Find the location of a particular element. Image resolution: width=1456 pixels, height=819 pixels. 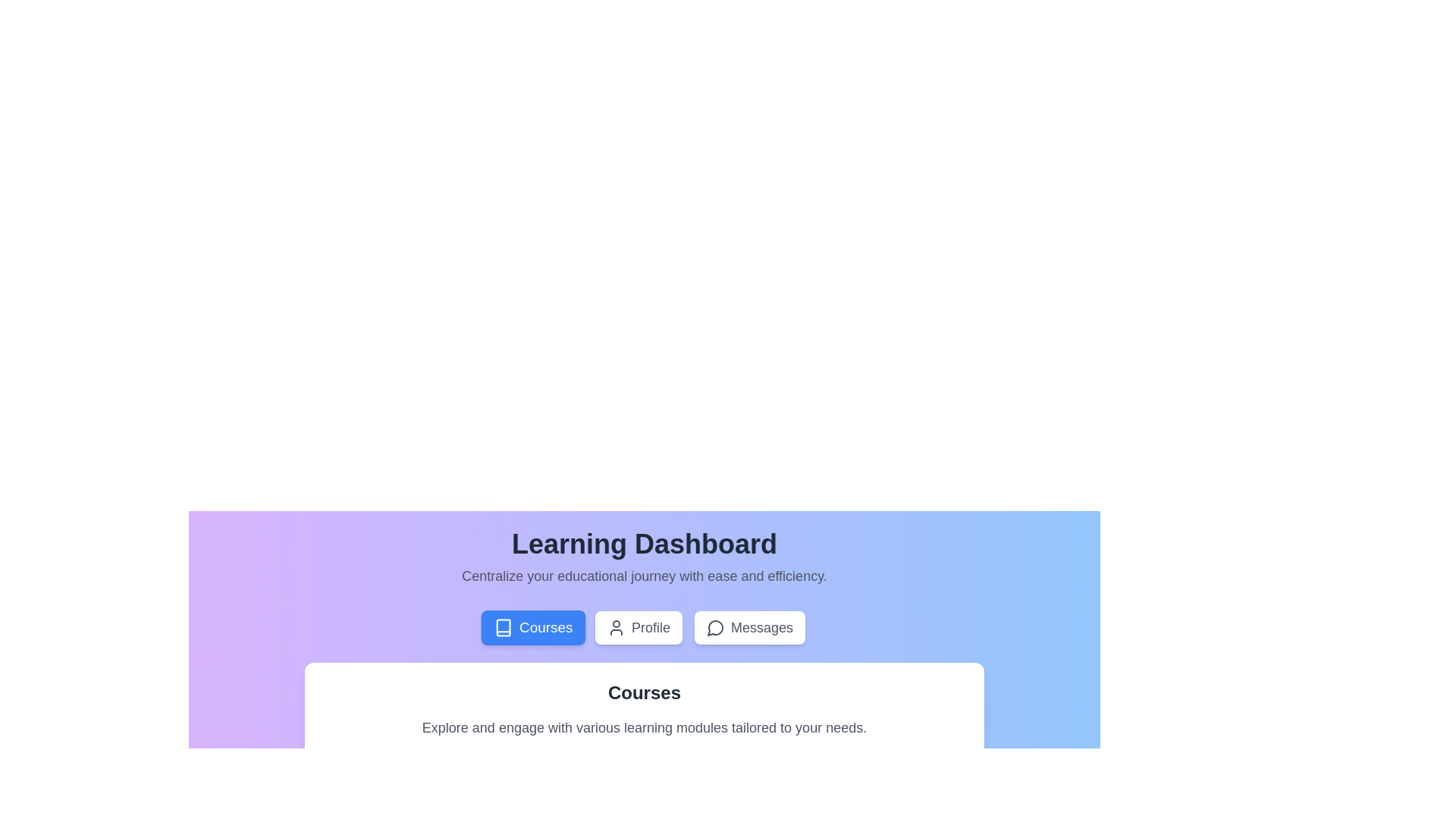

the Profile tab to switch to its content is located at coordinates (639, 628).